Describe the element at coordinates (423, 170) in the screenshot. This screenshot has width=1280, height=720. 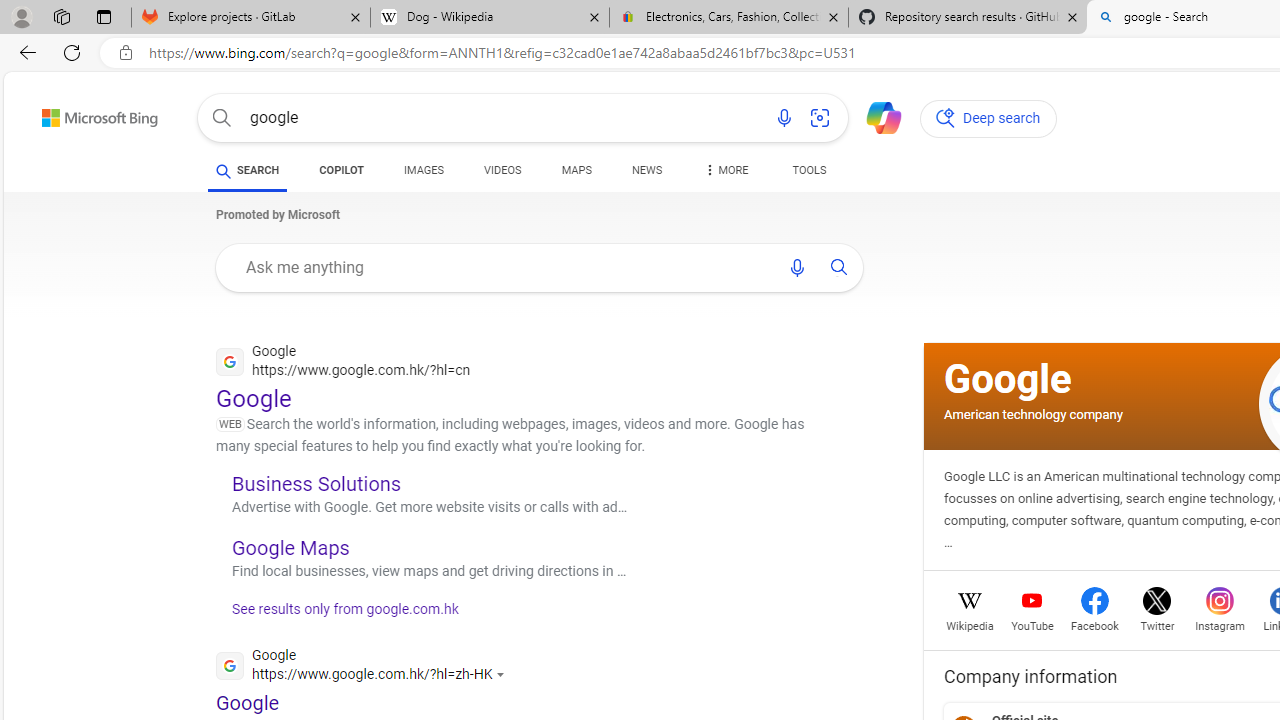
I see `'IMAGES'` at that location.